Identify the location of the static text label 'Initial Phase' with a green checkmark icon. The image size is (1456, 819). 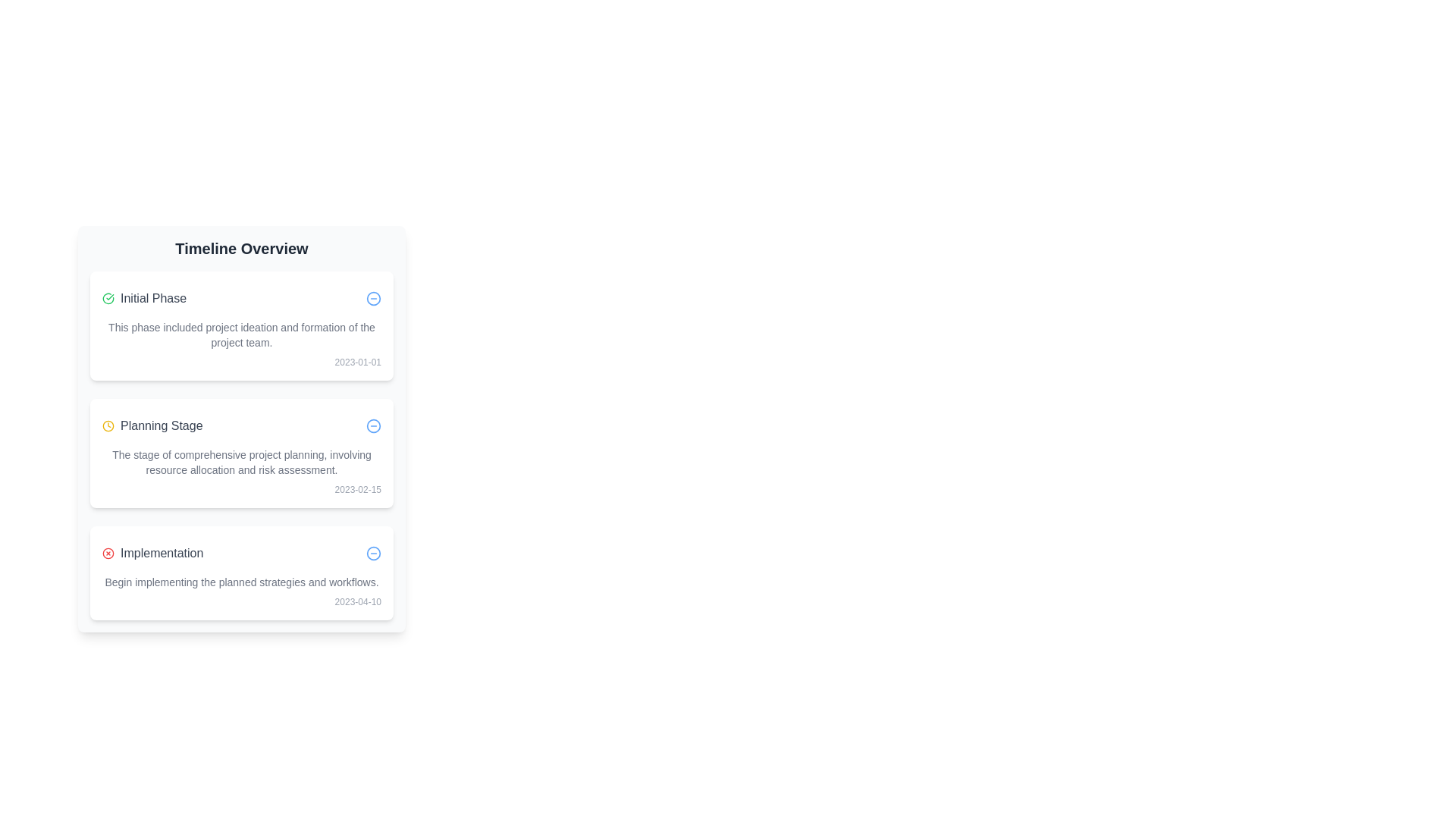
(144, 298).